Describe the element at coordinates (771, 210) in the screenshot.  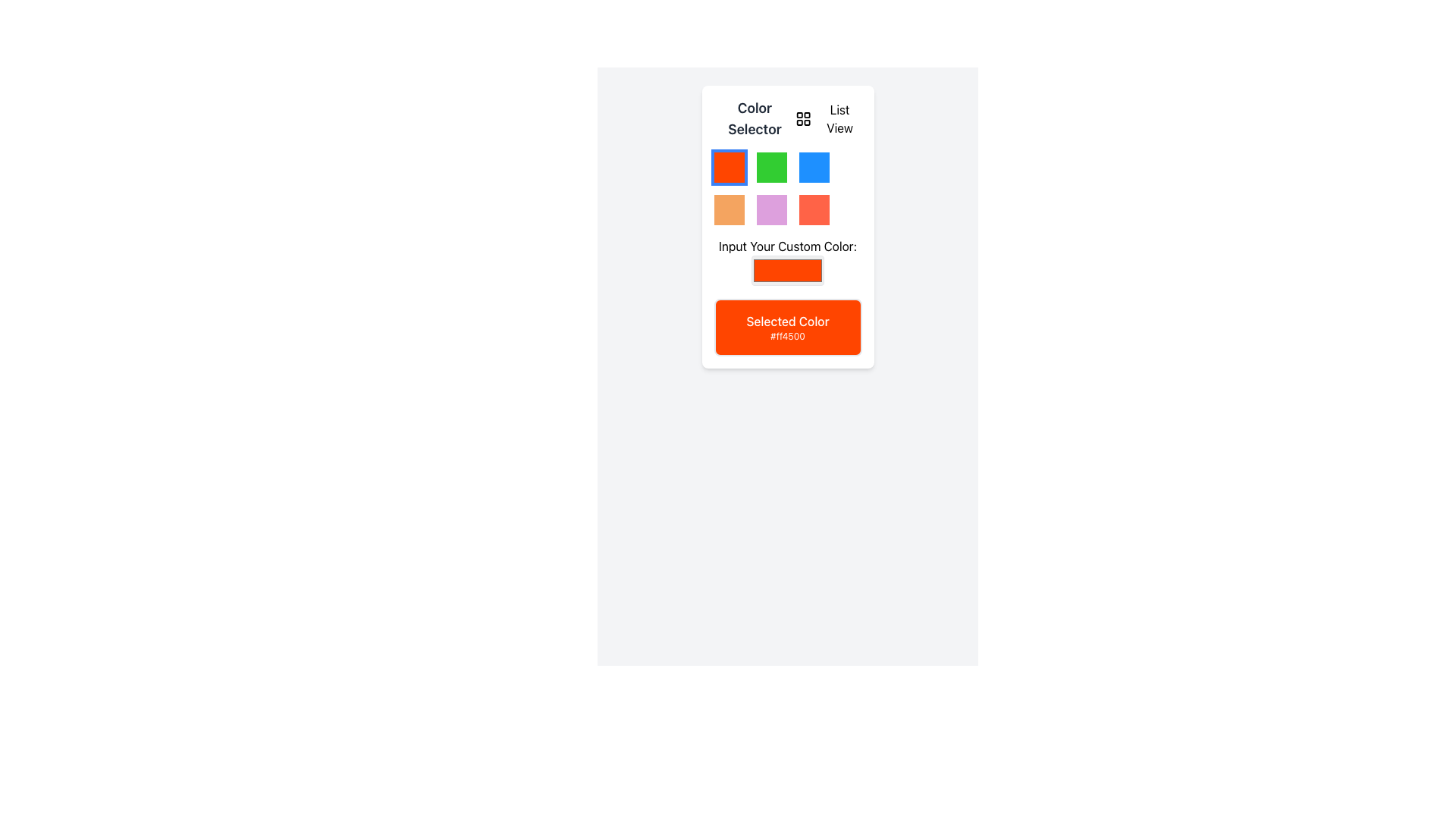
I see `the Grid Item (Color) in the second row and second column of the color selection grid` at that location.